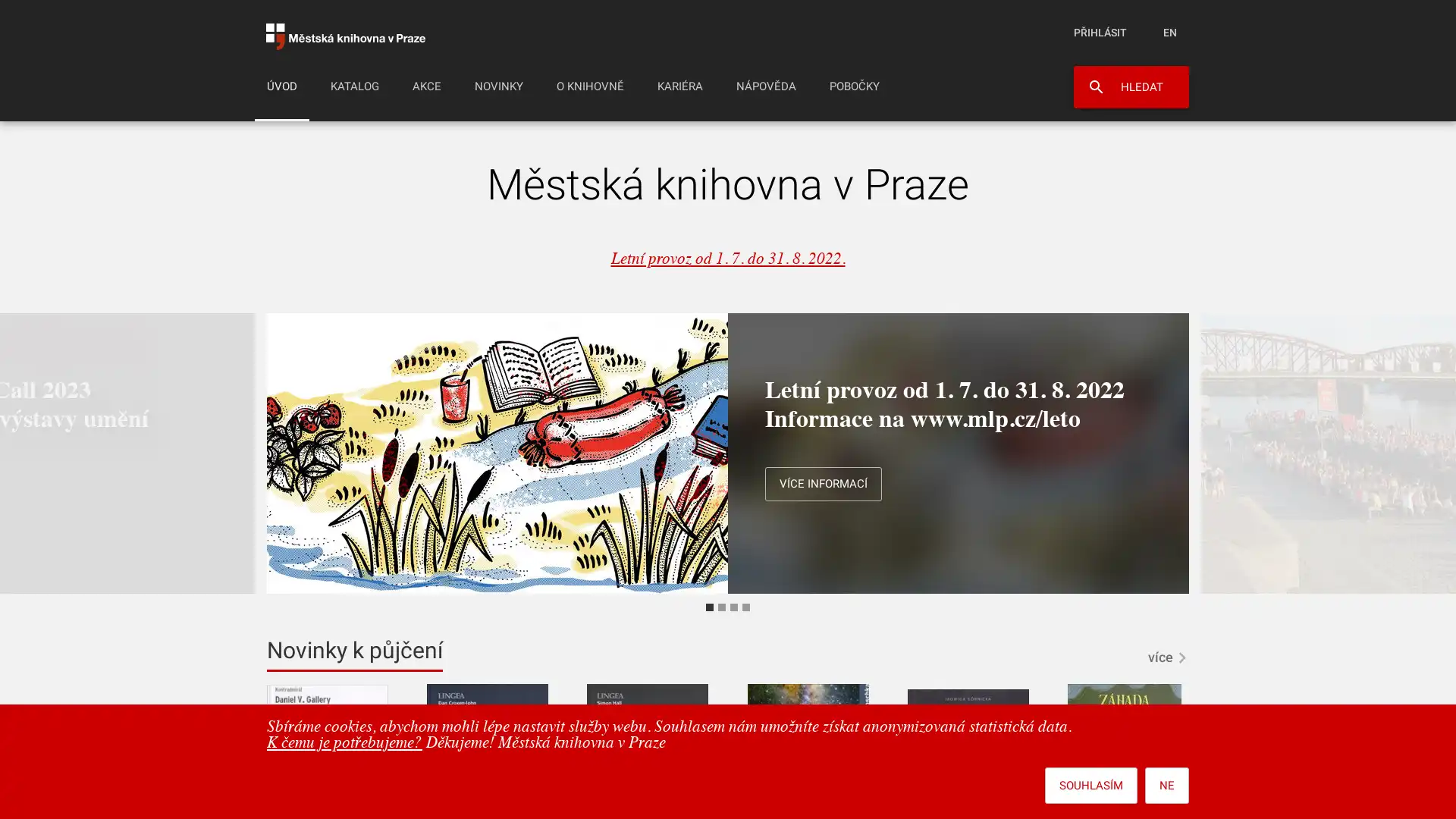  Describe the element at coordinates (1166, 785) in the screenshot. I see `NE` at that location.